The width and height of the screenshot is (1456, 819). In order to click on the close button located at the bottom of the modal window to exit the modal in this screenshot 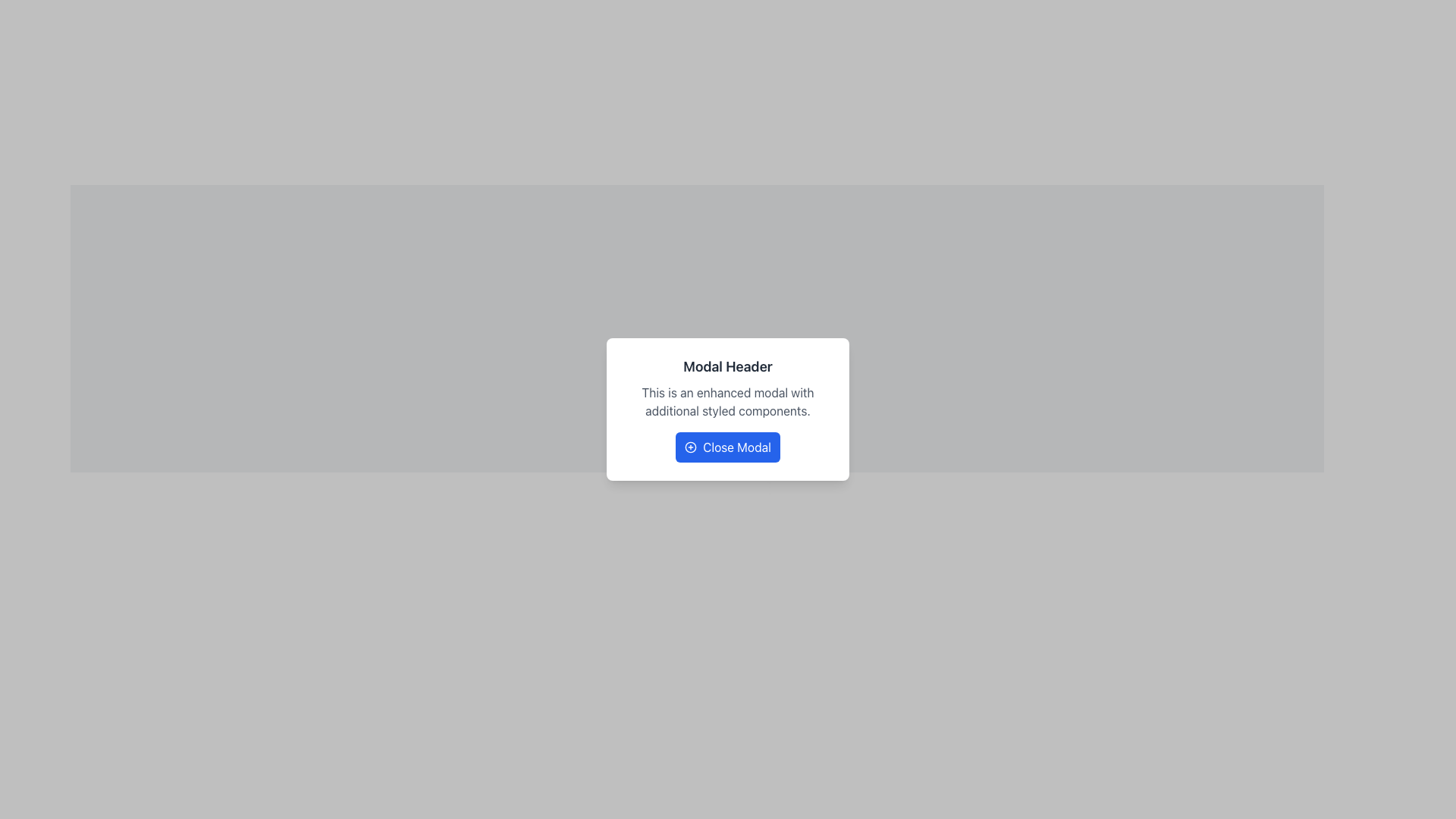, I will do `click(728, 447)`.